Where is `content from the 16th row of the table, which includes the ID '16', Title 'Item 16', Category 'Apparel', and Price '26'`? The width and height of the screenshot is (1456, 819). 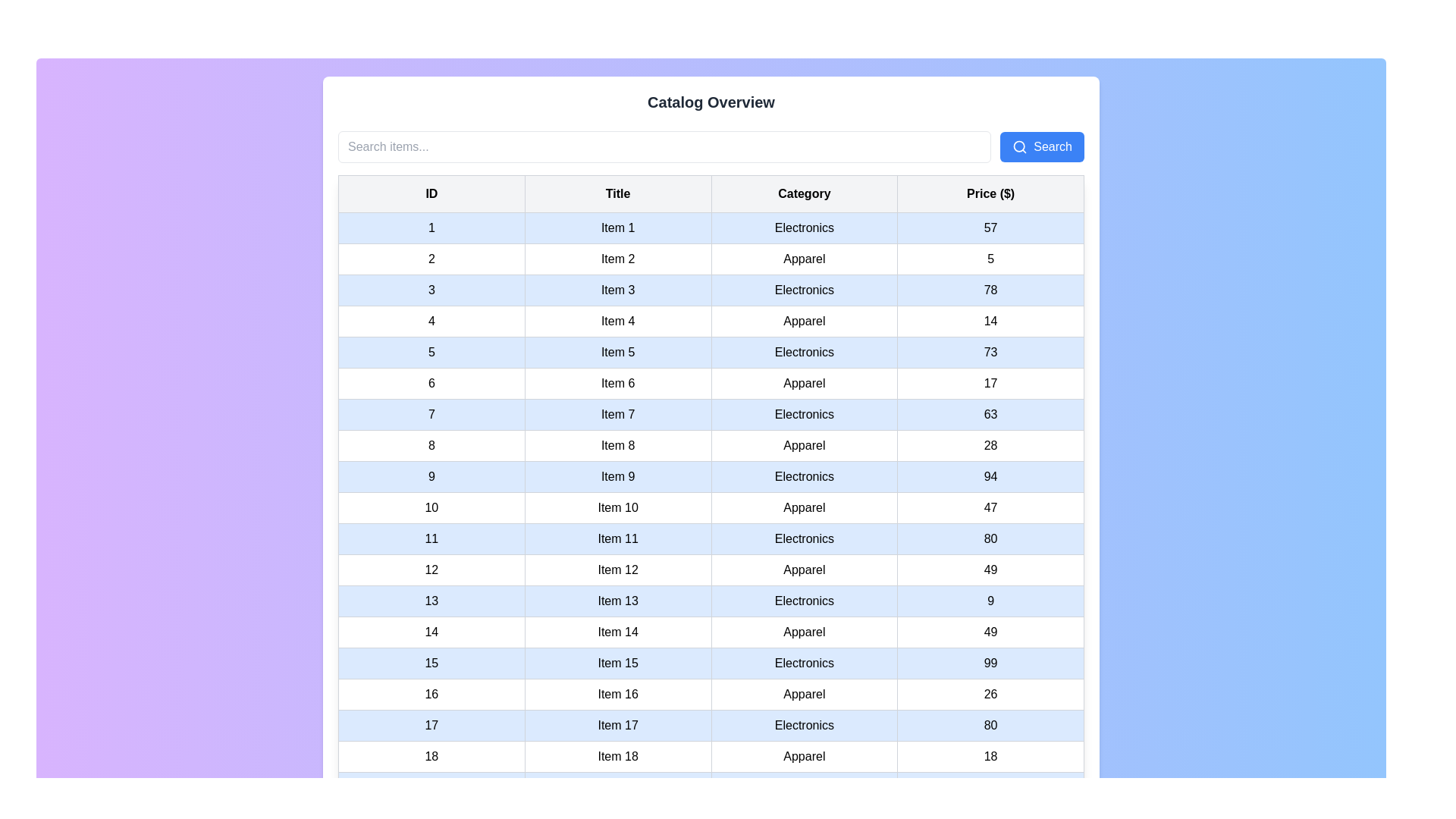
content from the 16th row of the table, which includes the ID '16', Title 'Item 16', Category 'Apparel', and Price '26' is located at coordinates (710, 694).